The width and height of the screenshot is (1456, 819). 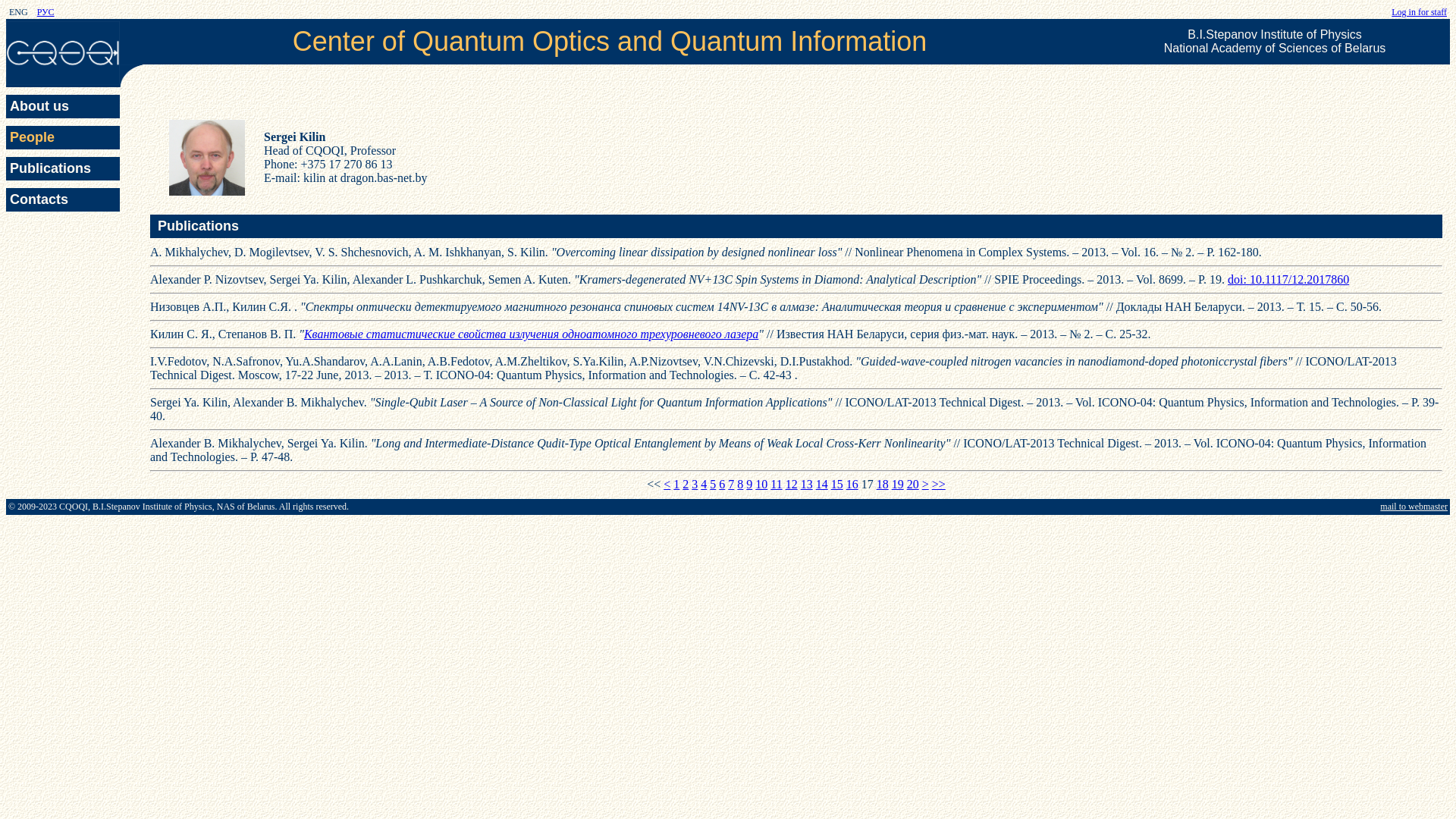 What do you see at coordinates (921, 484) in the screenshot?
I see `'>'` at bounding box center [921, 484].